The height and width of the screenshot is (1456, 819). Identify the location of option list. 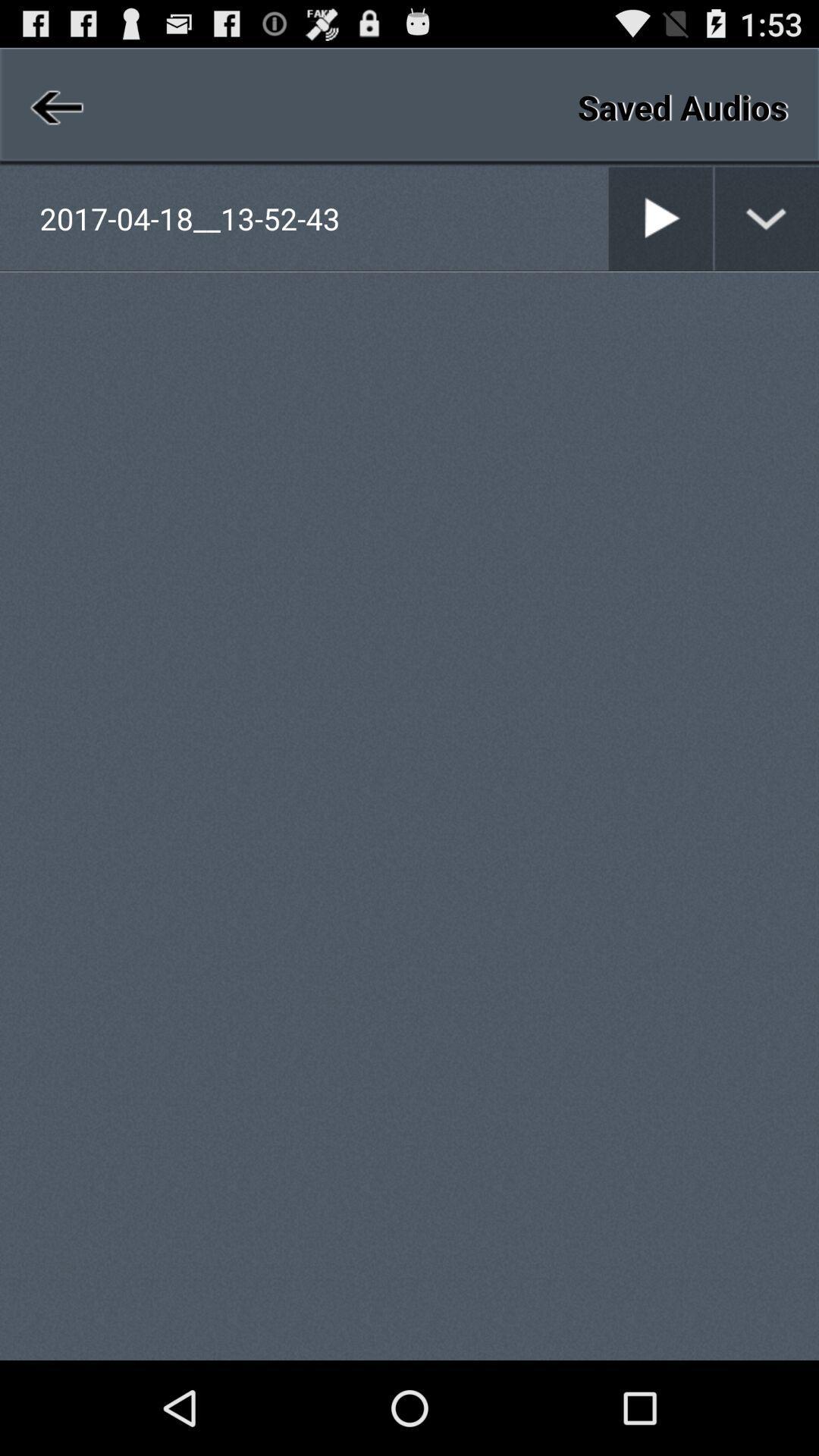
(767, 218).